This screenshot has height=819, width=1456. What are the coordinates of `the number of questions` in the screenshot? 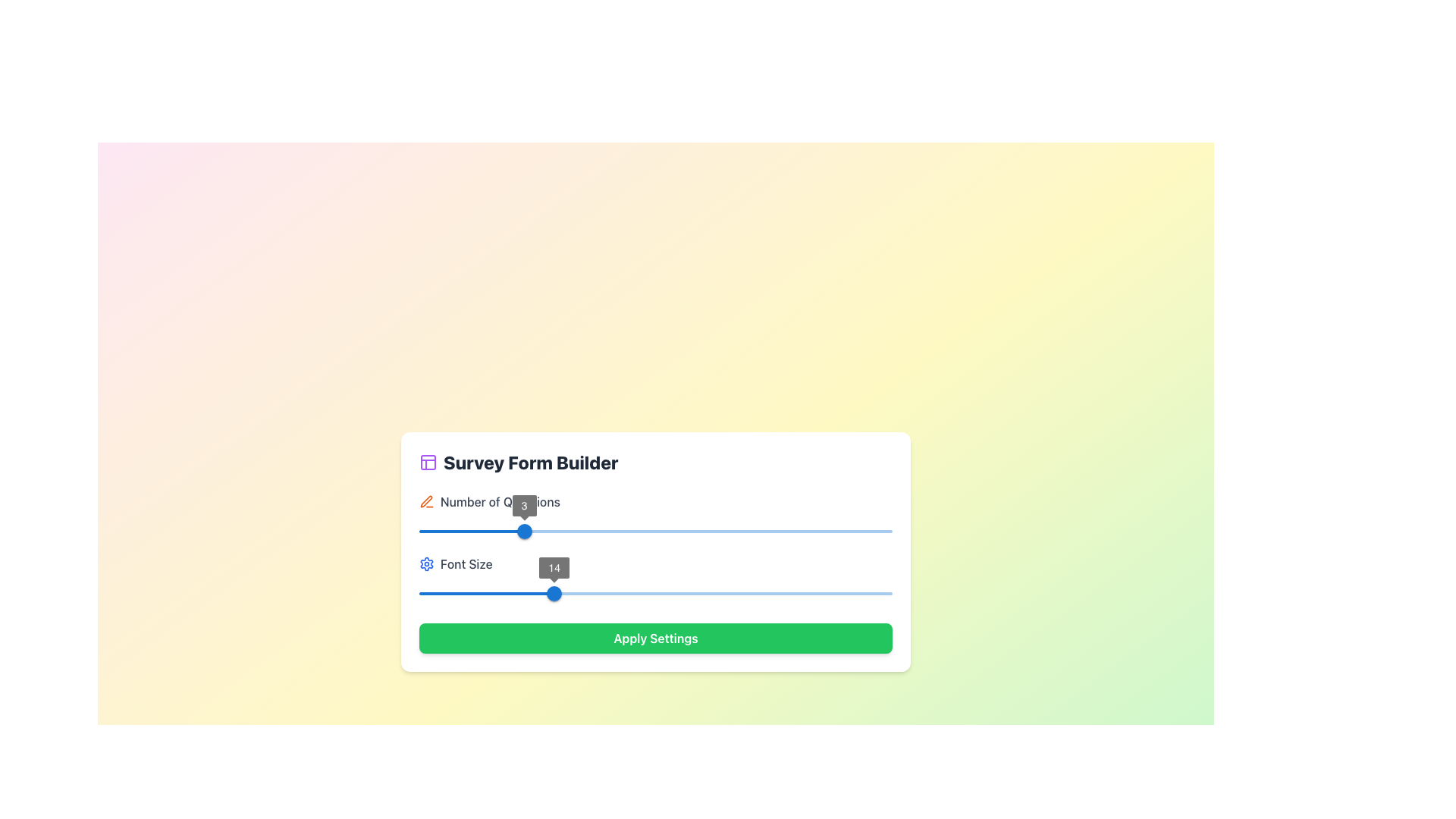 It's located at (505, 531).